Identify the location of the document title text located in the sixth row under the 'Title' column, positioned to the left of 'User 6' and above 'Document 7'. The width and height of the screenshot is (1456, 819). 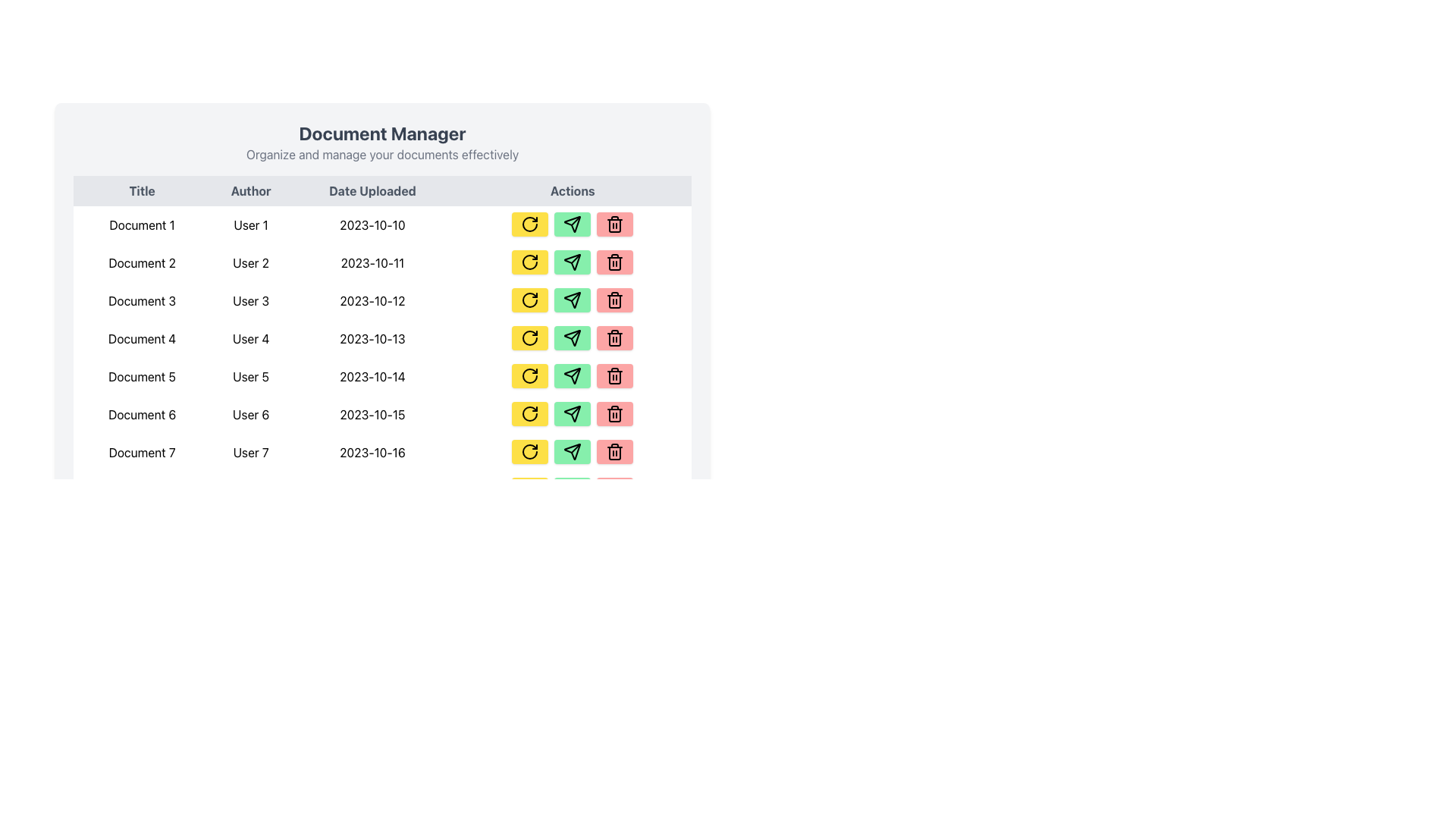
(142, 415).